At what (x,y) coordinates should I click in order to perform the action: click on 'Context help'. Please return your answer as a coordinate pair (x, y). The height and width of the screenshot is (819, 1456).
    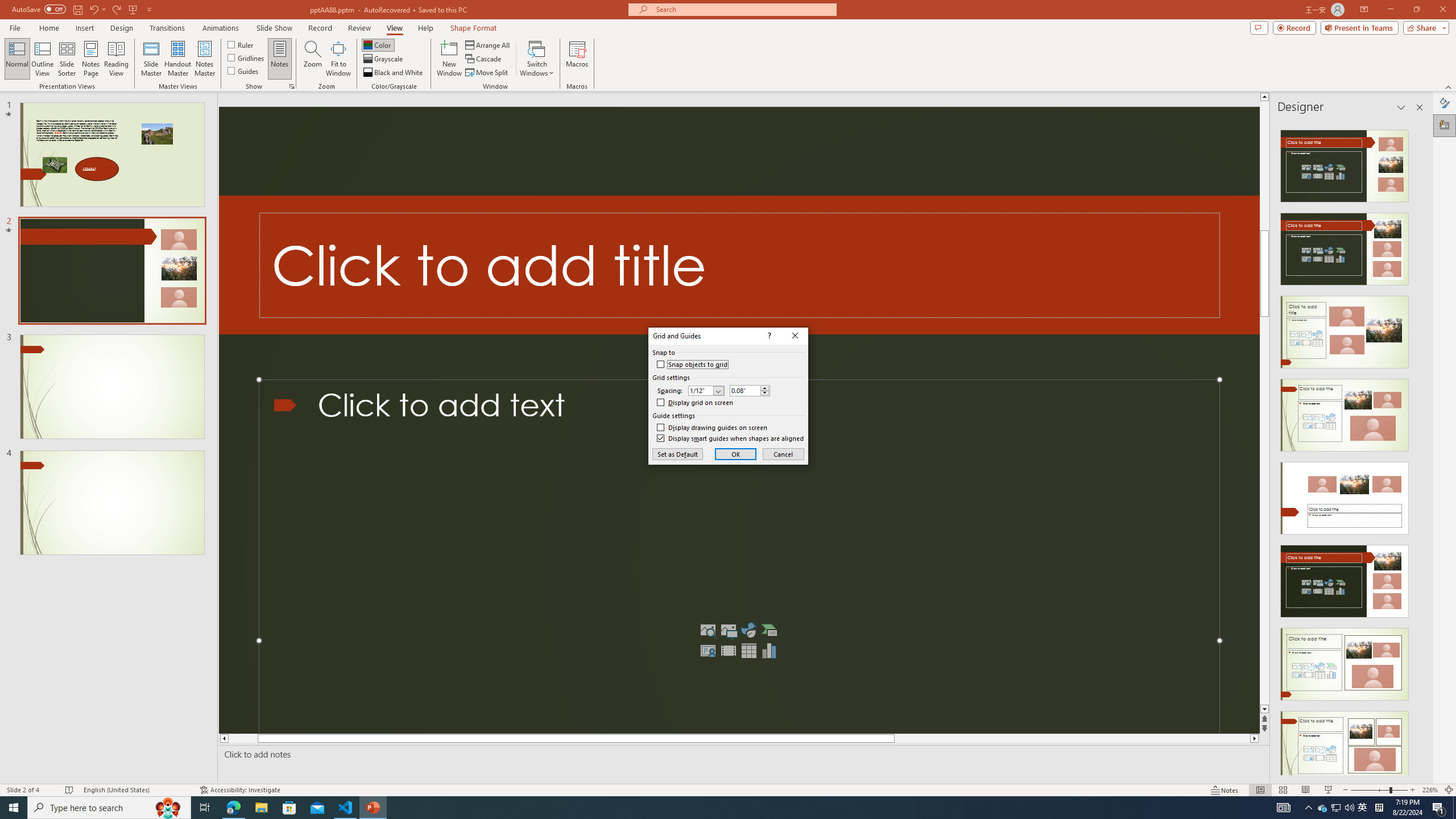
    Looking at the image, I should click on (768, 336).